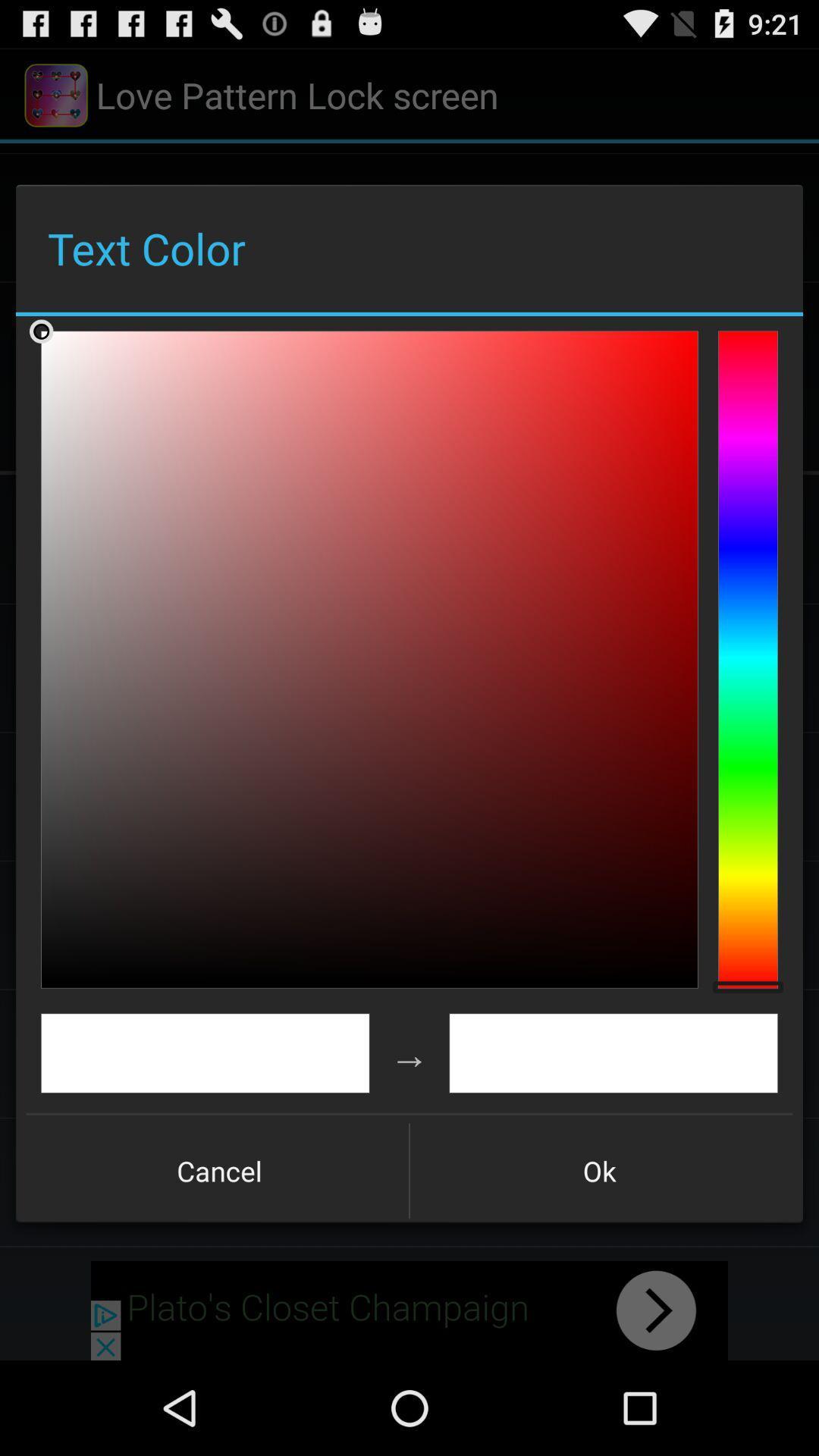 Image resolution: width=819 pixels, height=1456 pixels. Describe the element at coordinates (598, 1170) in the screenshot. I see `the item next to cancel icon` at that location.